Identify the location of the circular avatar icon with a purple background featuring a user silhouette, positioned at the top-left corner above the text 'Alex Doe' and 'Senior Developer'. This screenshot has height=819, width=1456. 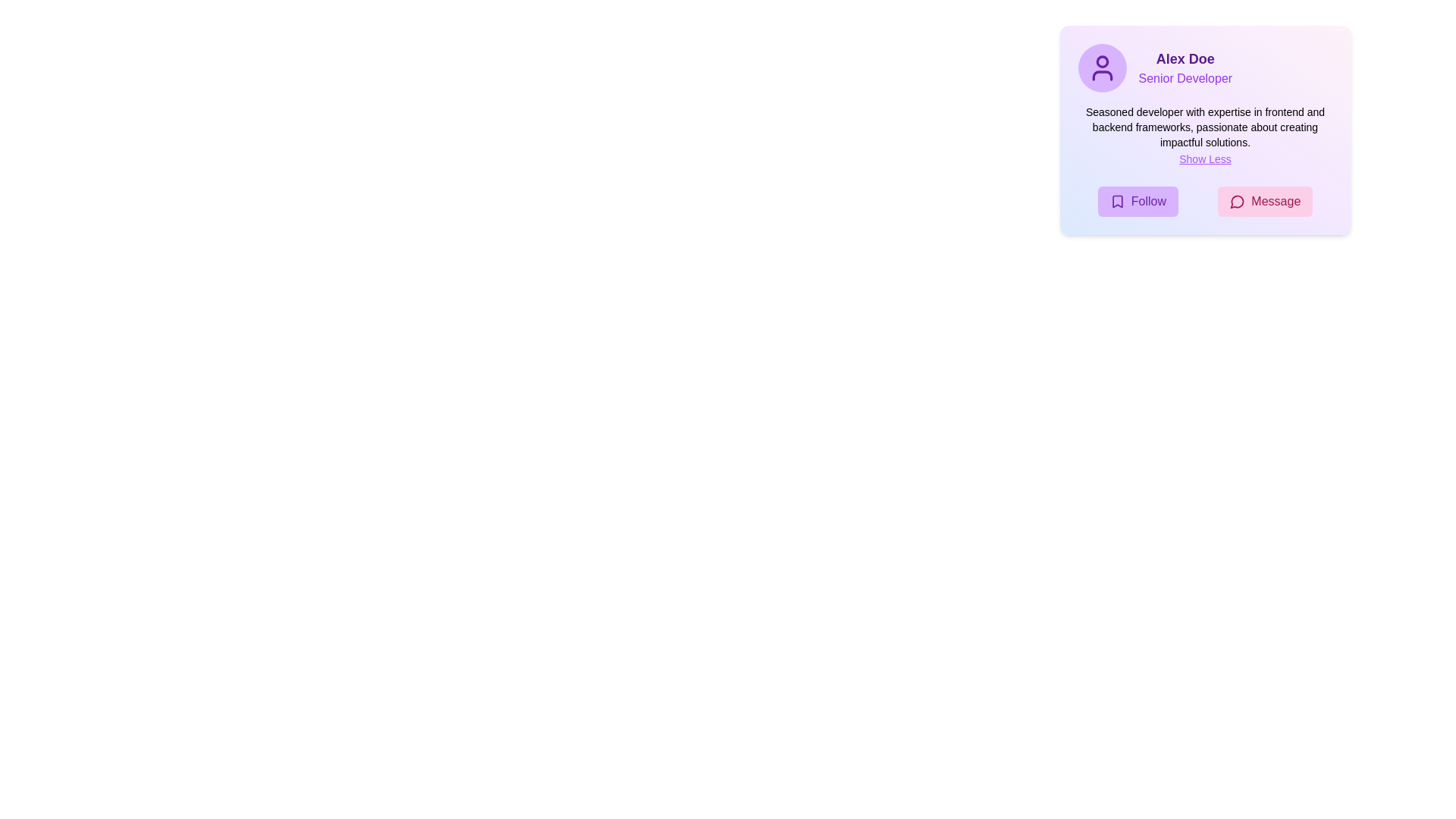
(1102, 67).